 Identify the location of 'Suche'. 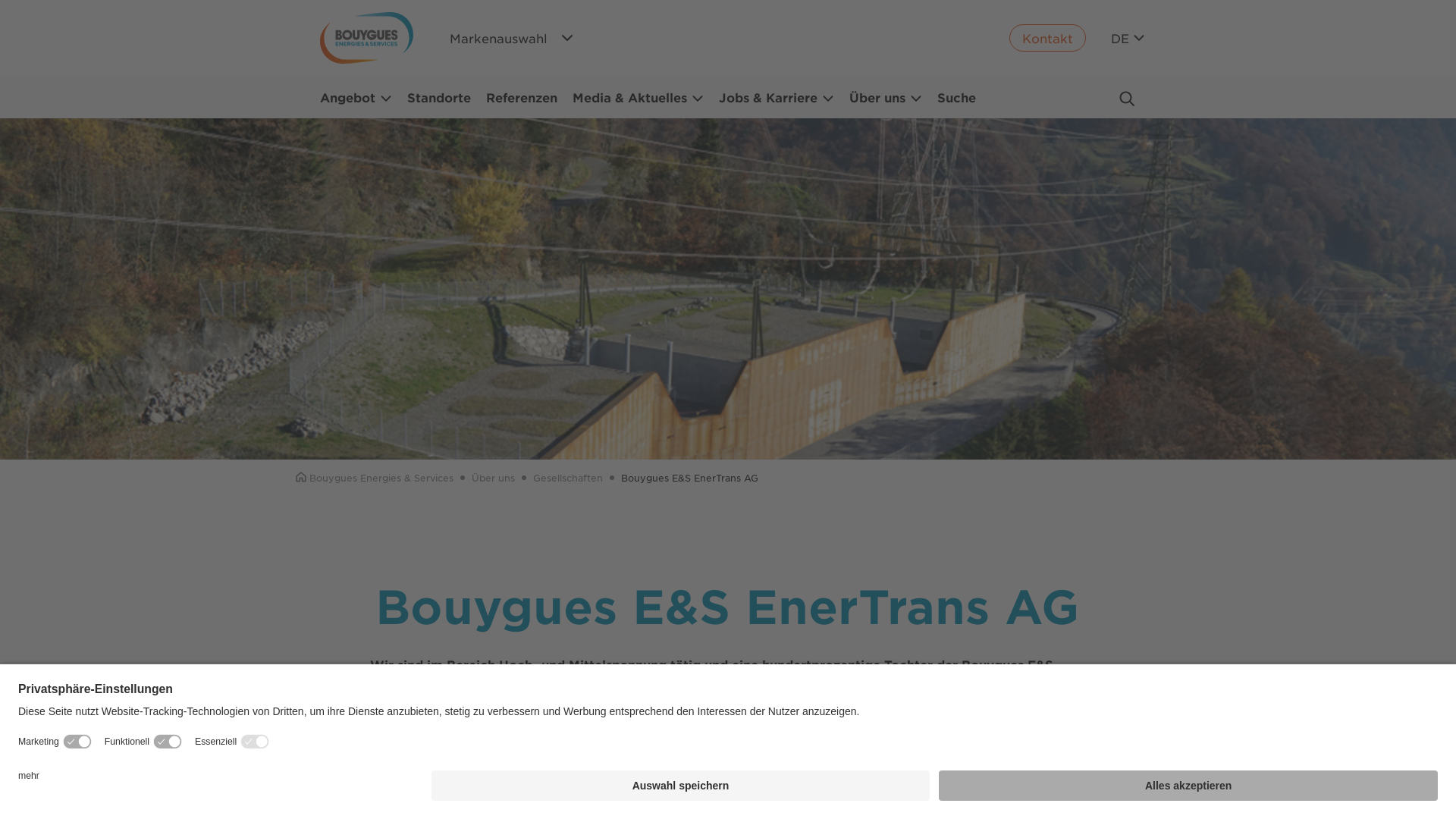
(955, 96).